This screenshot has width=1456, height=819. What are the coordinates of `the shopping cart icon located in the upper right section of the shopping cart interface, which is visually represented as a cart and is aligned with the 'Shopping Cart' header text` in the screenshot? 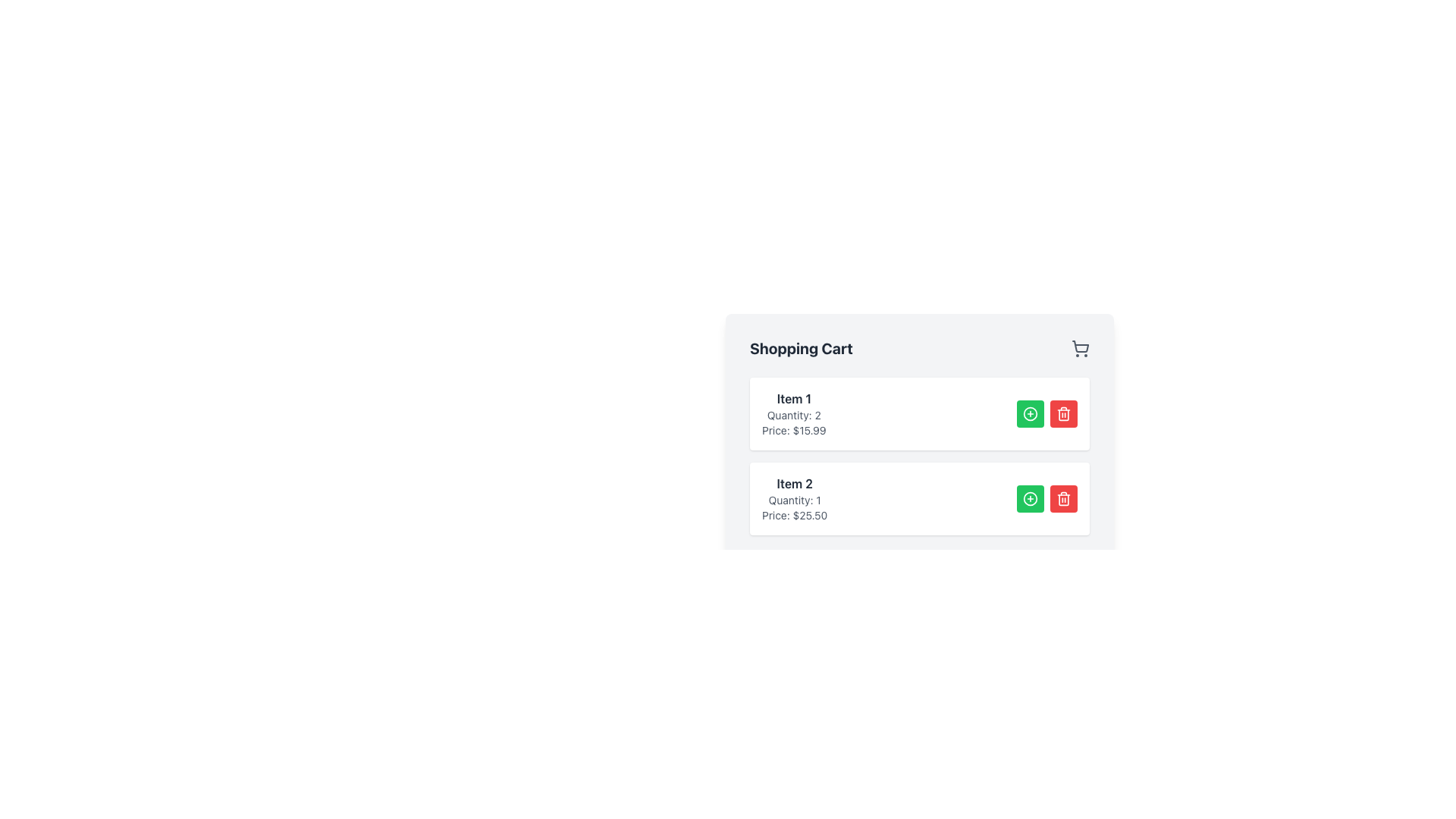 It's located at (1080, 348).